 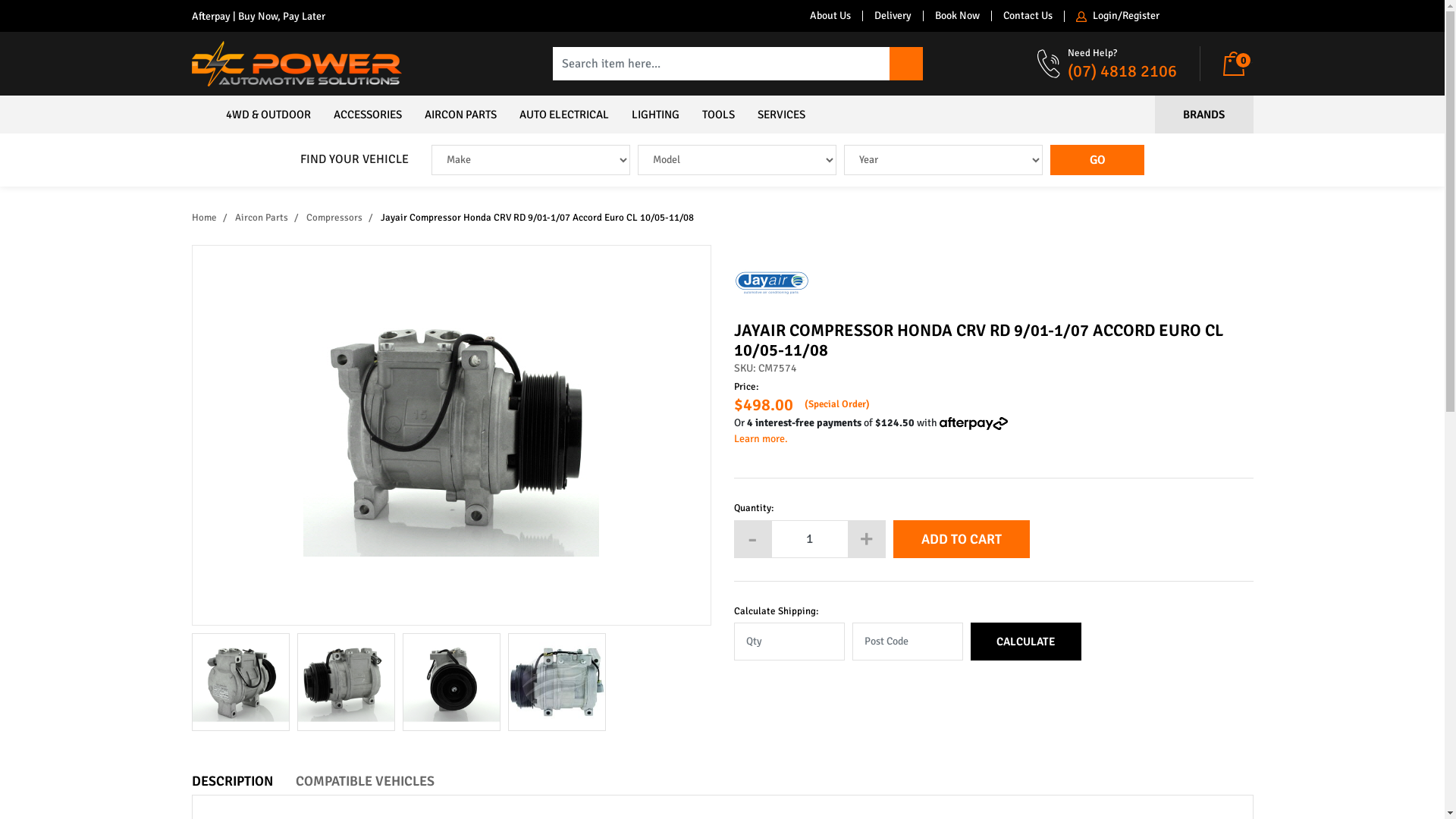 What do you see at coordinates (262, 217) in the screenshot?
I see `'Aircon Parts'` at bounding box center [262, 217].